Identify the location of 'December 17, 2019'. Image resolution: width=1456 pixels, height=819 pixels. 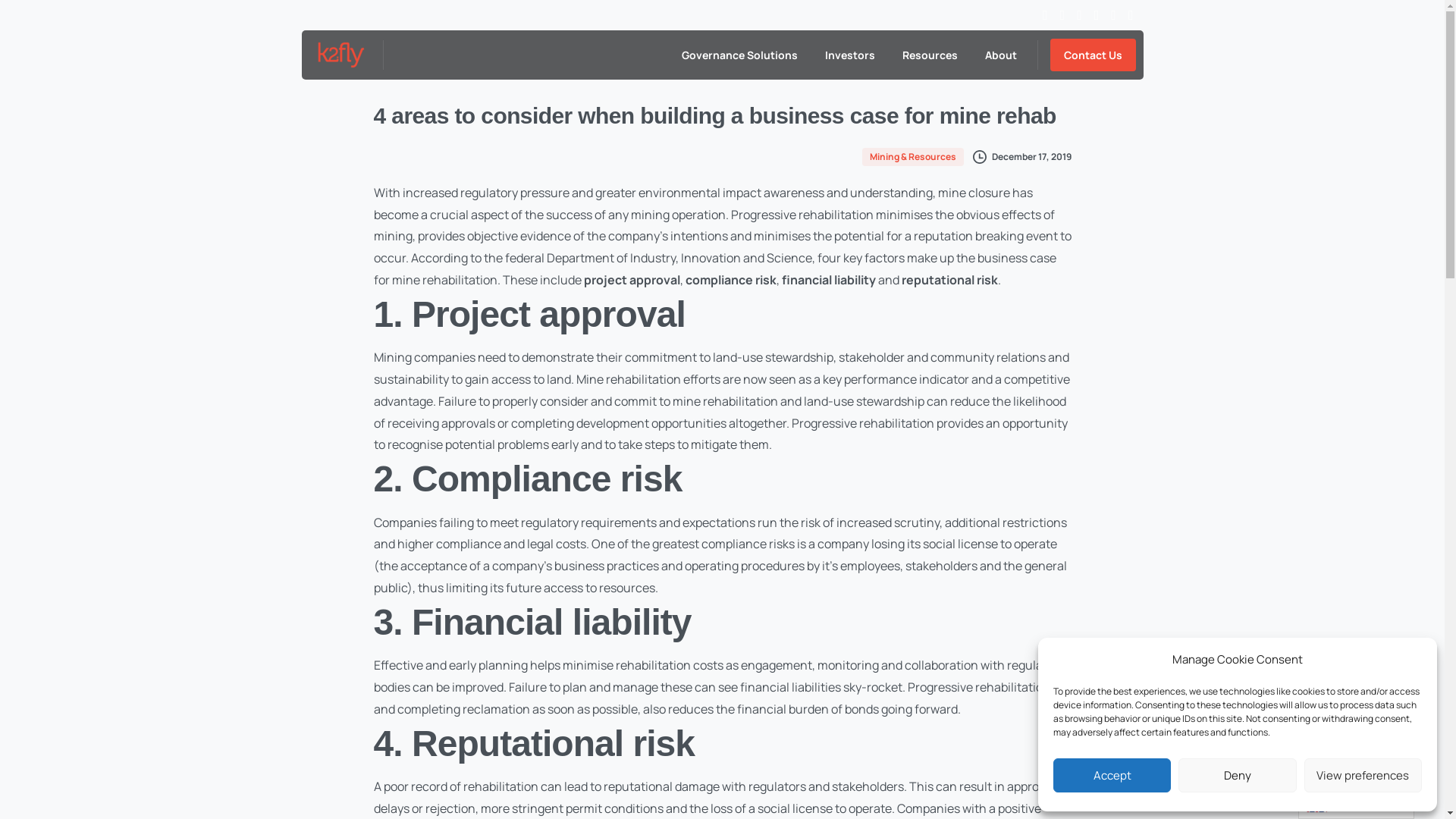
(1021, 155).